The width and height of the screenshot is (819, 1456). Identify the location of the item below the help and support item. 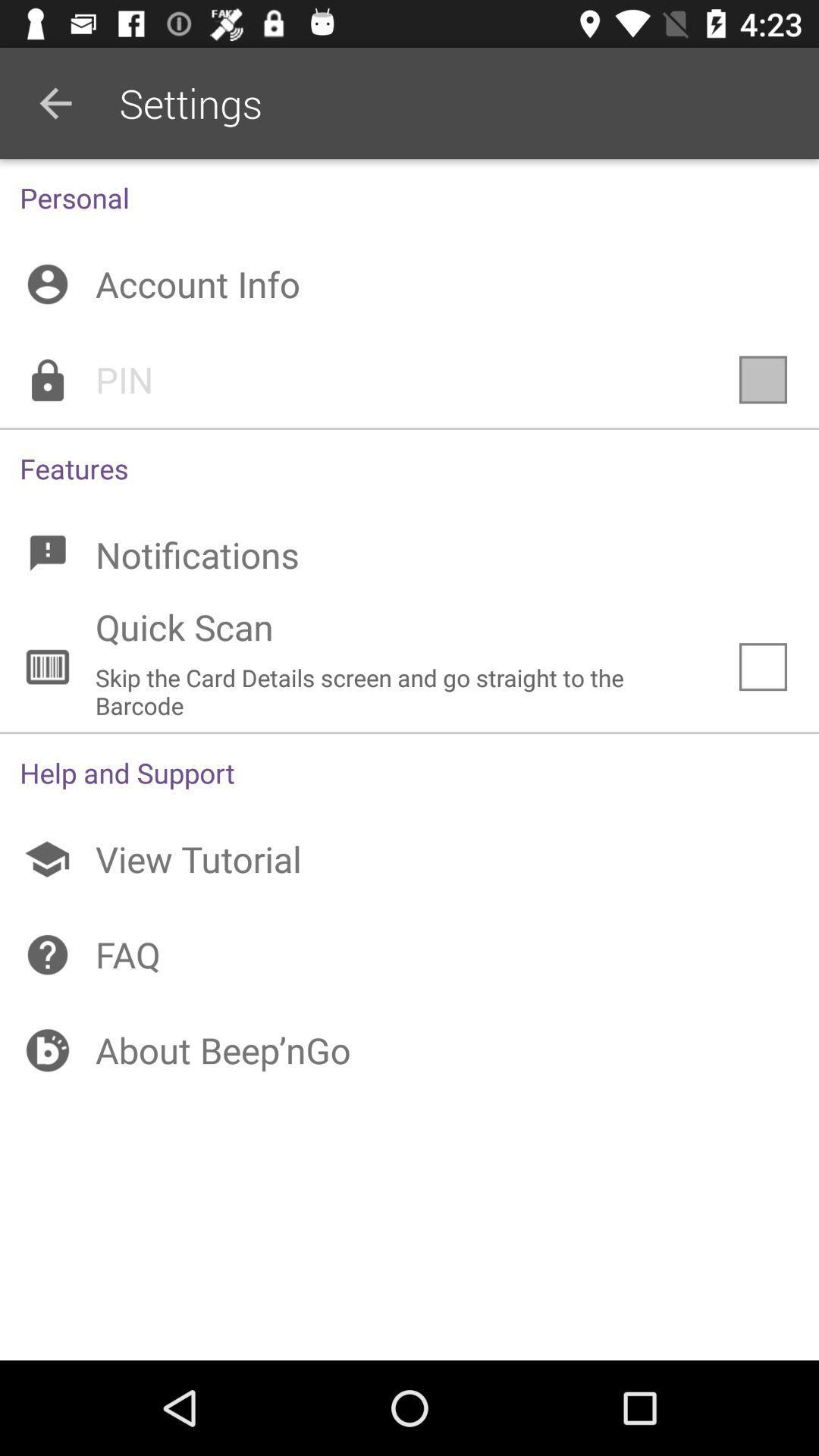
(409, 859).